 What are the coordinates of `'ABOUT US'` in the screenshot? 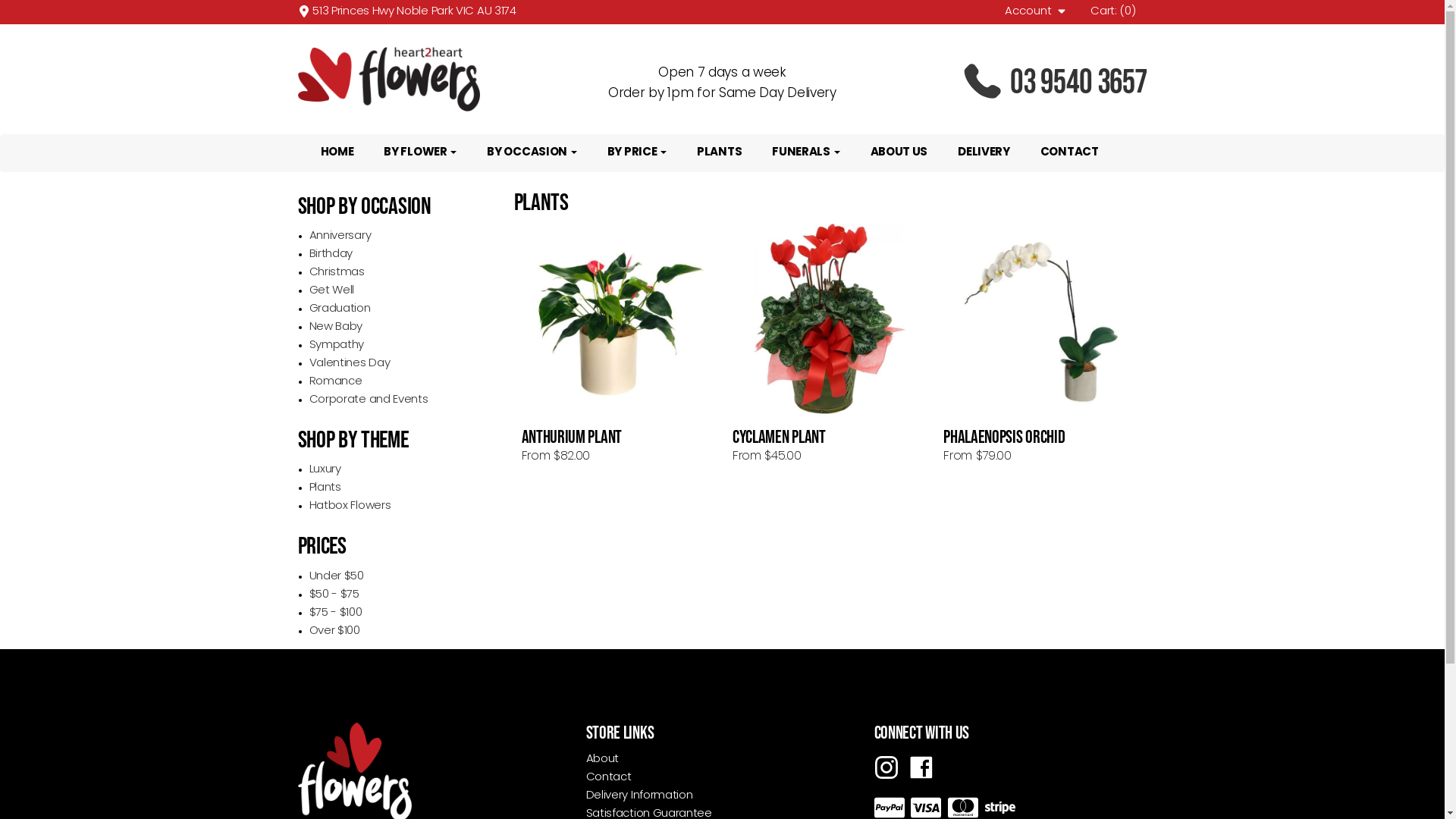 It's located at (855, 152).